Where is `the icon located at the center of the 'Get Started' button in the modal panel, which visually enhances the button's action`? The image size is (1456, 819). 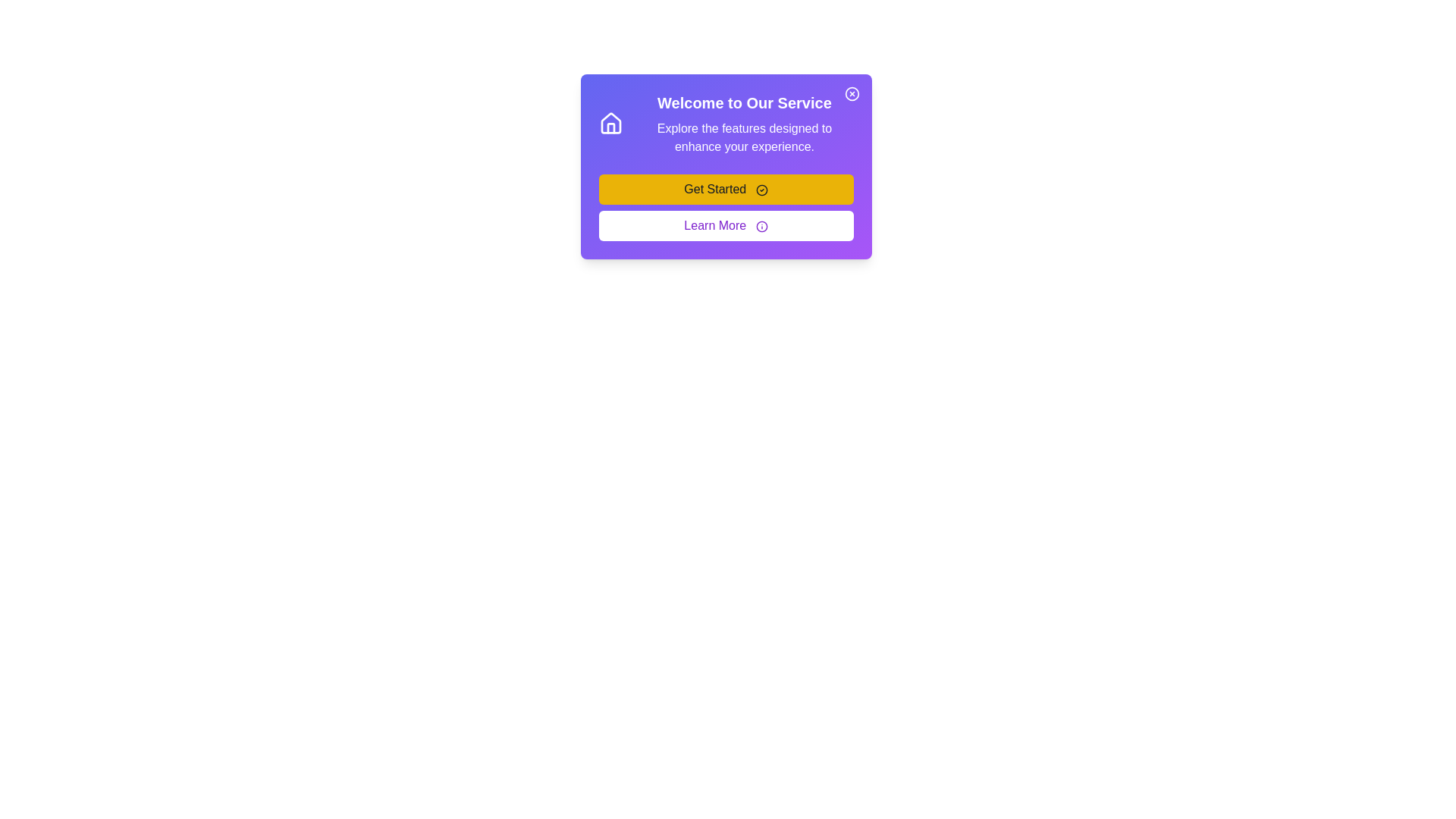 the icon located at the center of the 'Get Started' button in the modal panel, which visually enhances the button's action is located at coordinates (761, 189).